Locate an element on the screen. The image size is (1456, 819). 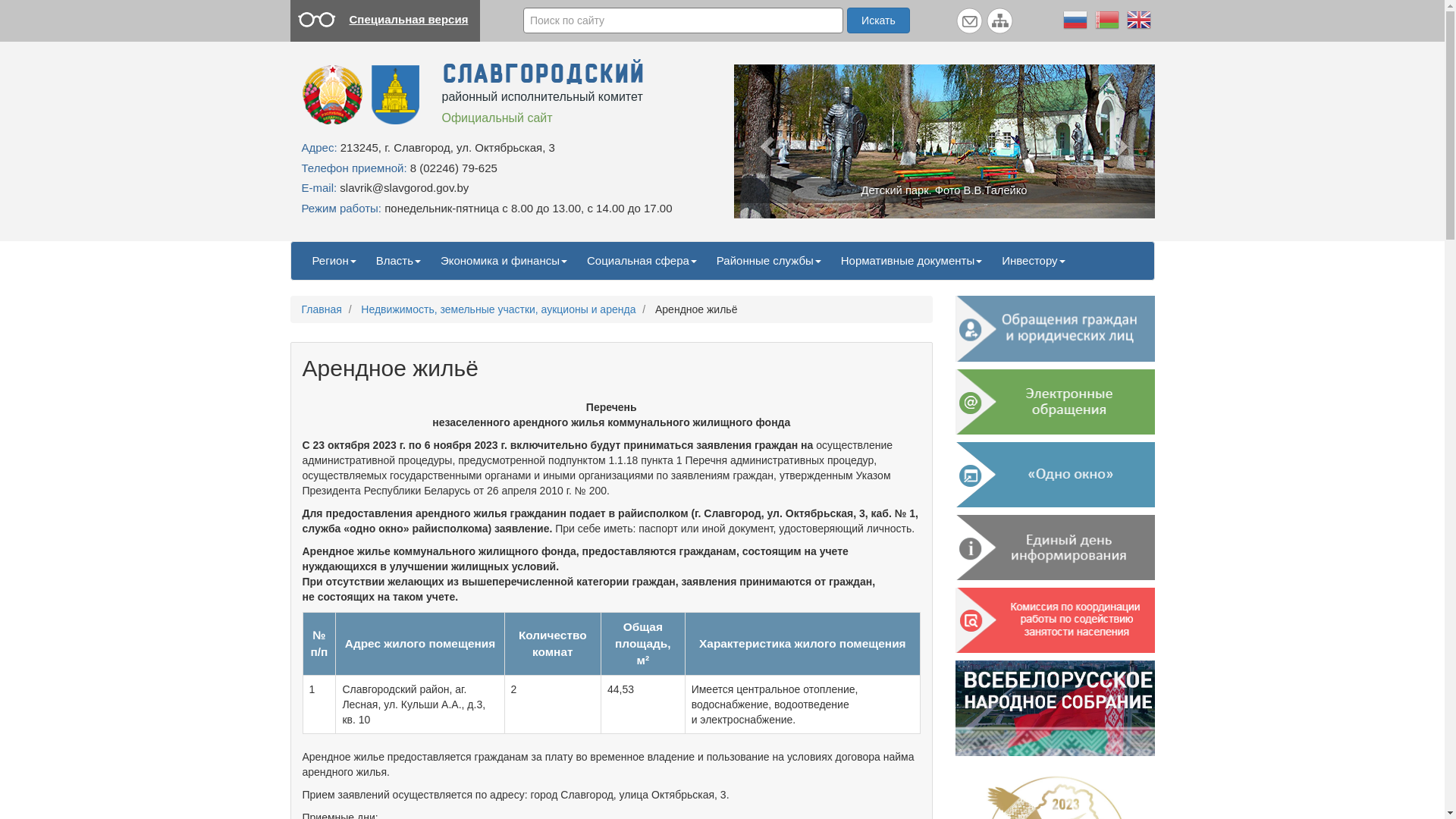
'Belarusian' is located at coordinates (1106, 18).